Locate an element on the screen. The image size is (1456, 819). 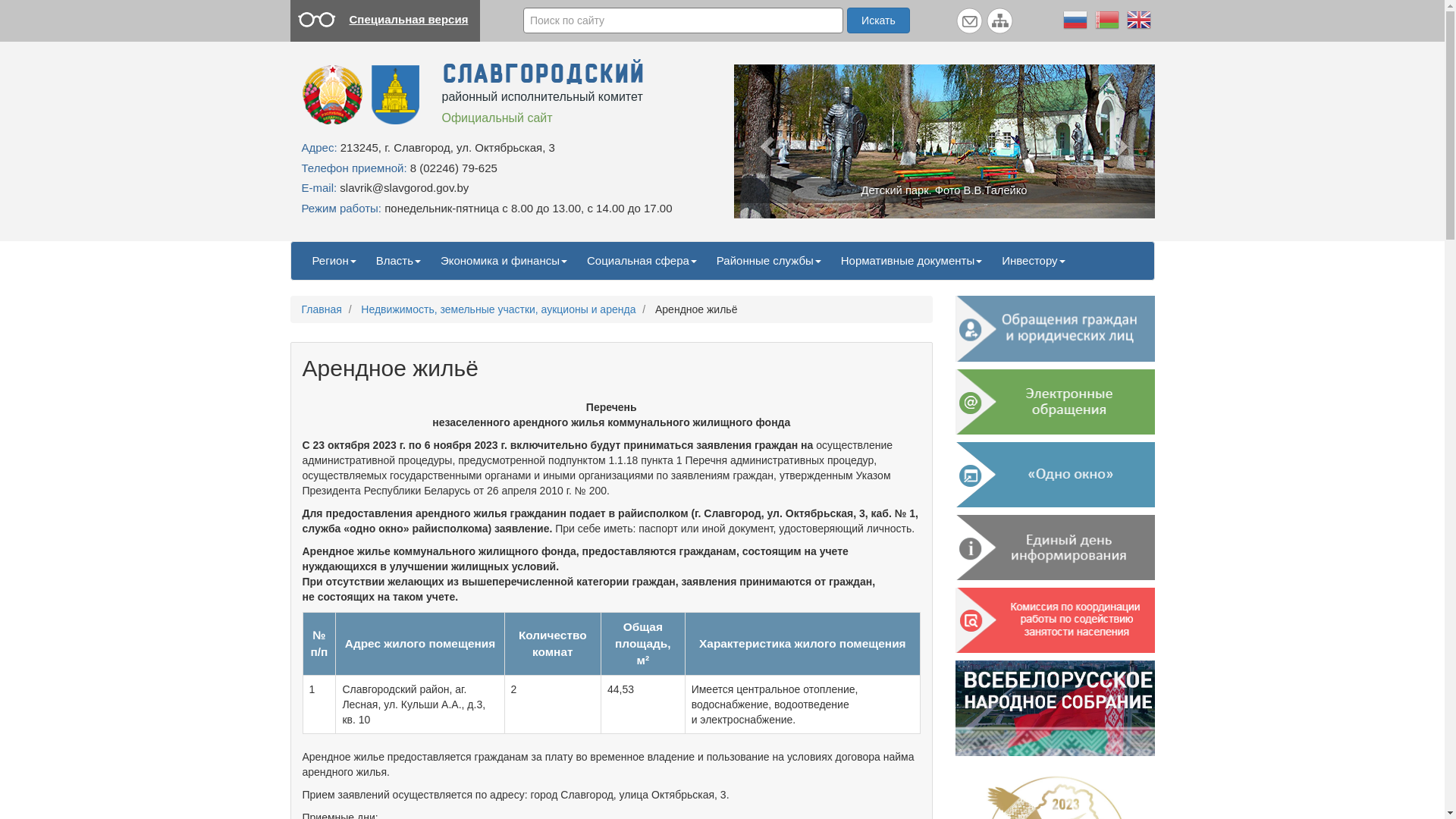
'Belarusian' is located at coordinates (1106, 18).